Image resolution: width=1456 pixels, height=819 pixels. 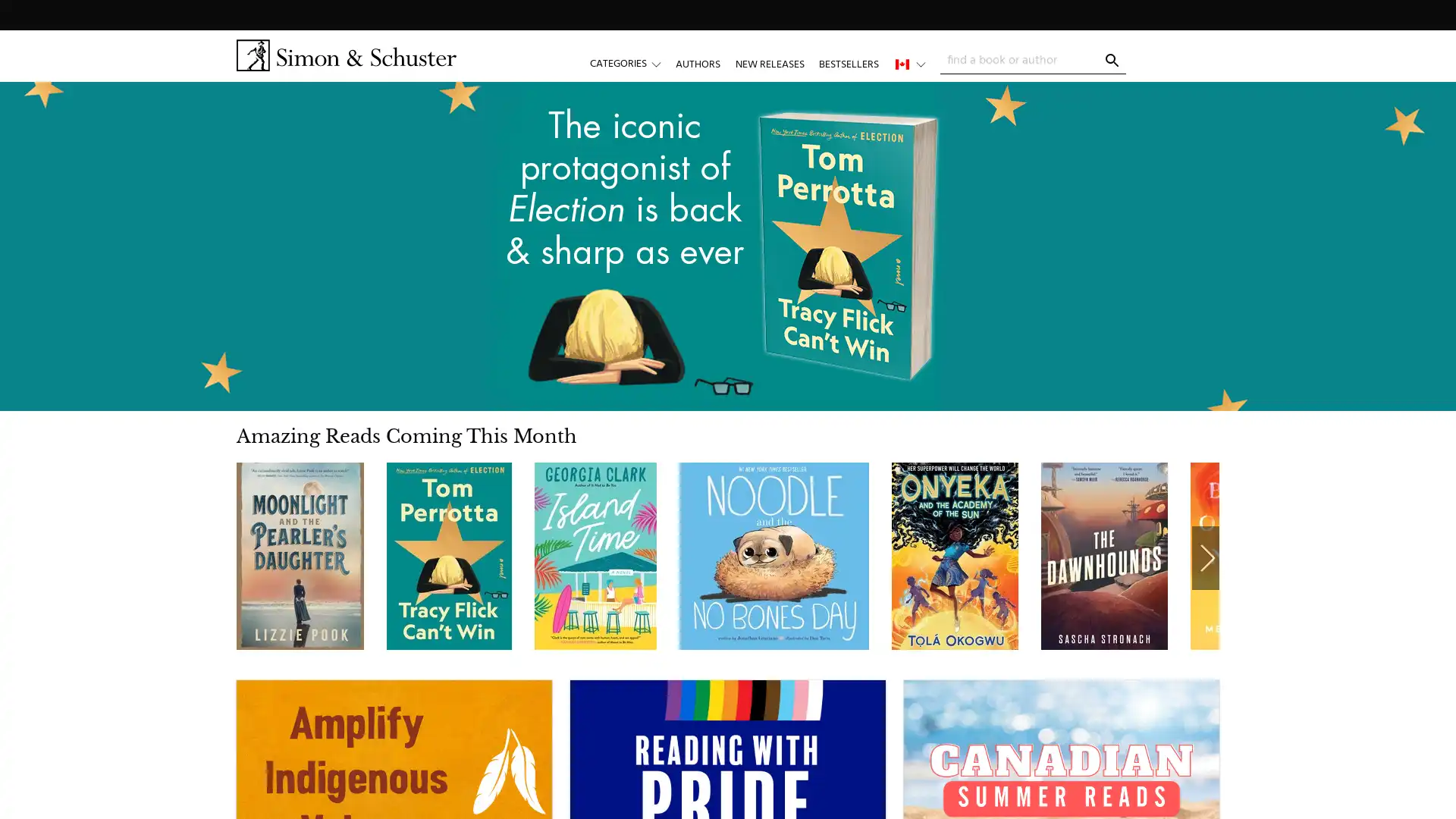 I want to click on BESTSELLERS, so click(x=847, y=63).